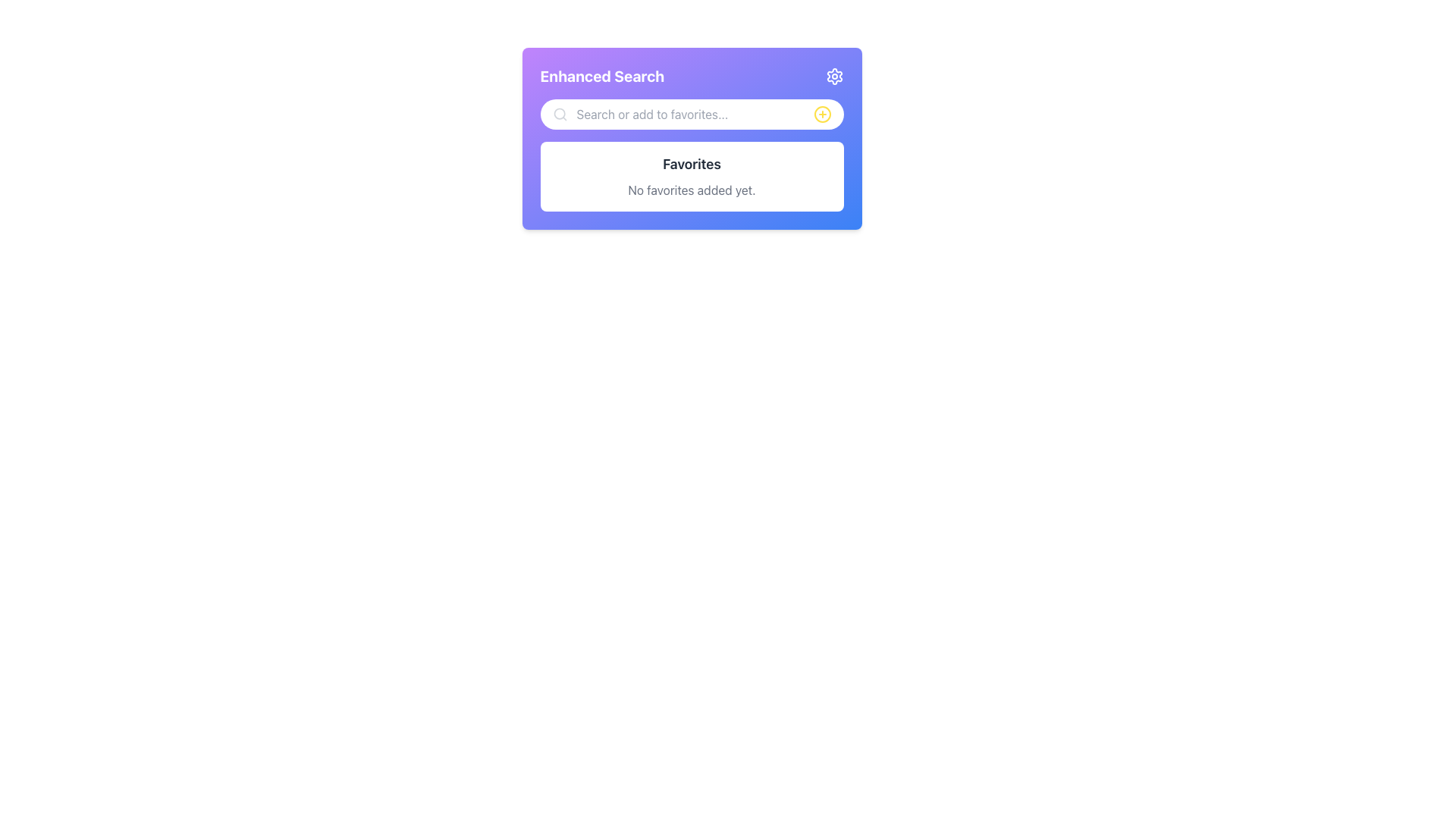 This screenshot has width=1456, height=819. I want to click on the magnifying glass icon located on the left side of the text input field labeled 'Search or add to favorites...', so click(691, 113).